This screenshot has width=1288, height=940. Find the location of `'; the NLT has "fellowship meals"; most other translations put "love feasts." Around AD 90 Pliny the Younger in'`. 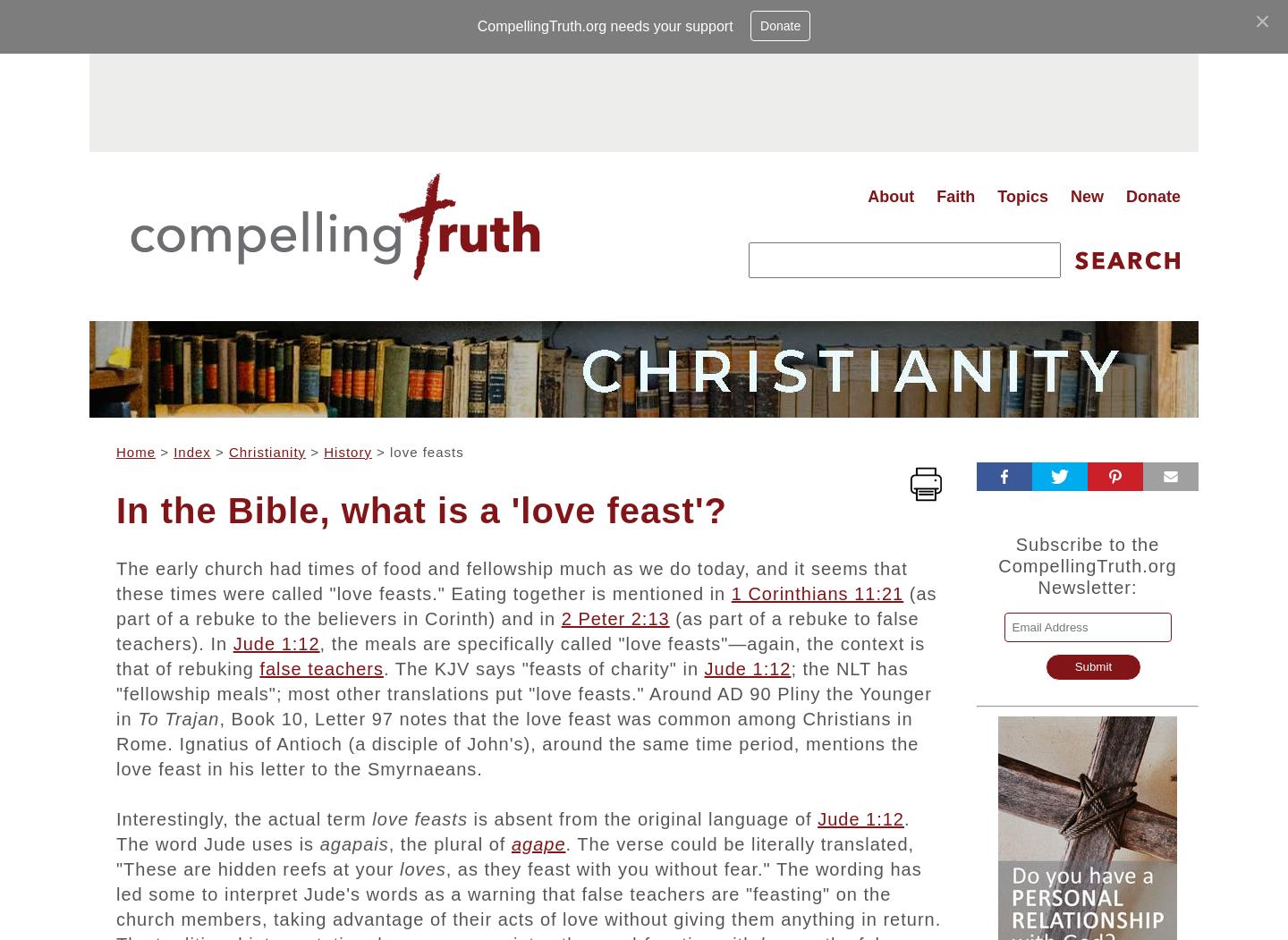

'; the NLT has "fellowship meals"; most other translations put "love feasts." Around AD 90 Pliny the Younger in' is located at coordinates (523, 692).